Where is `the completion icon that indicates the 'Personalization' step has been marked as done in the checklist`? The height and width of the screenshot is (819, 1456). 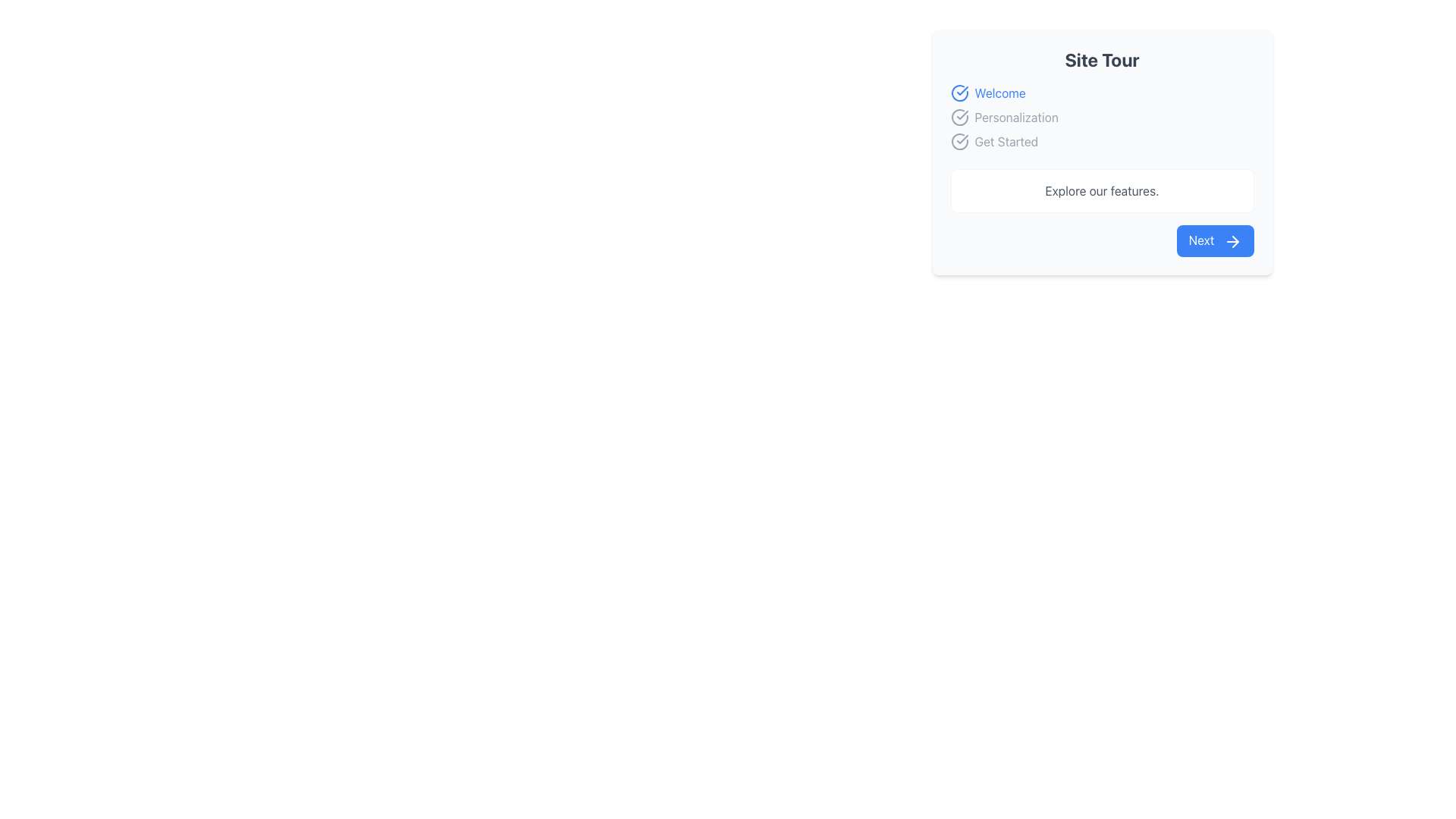
the completion icon that indicates the 'Personalization' step has been marked as done in the checklist is located at coordinates (959, 116).